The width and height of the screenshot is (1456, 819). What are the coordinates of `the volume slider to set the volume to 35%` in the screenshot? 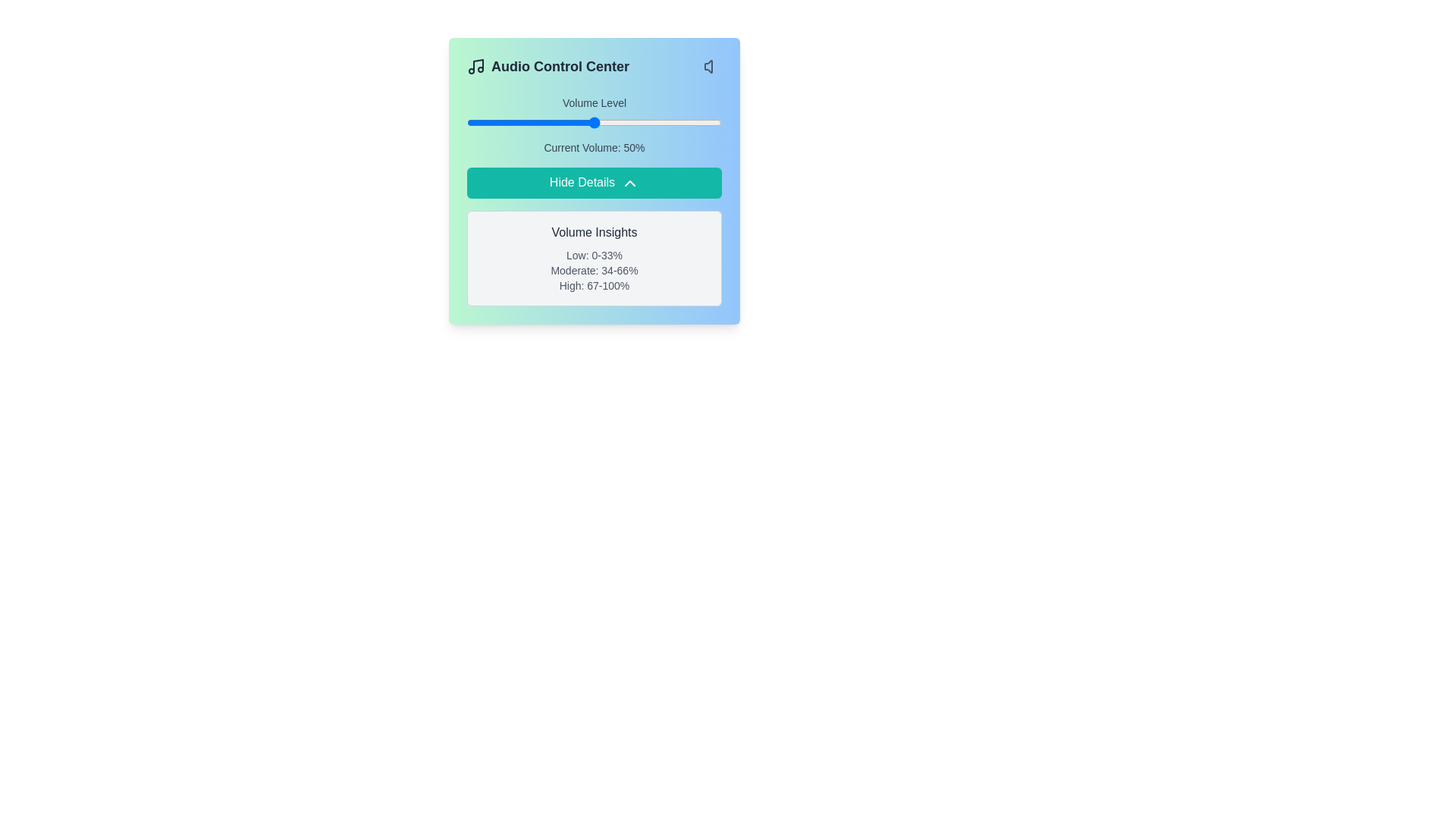 It's located at (555, 122).